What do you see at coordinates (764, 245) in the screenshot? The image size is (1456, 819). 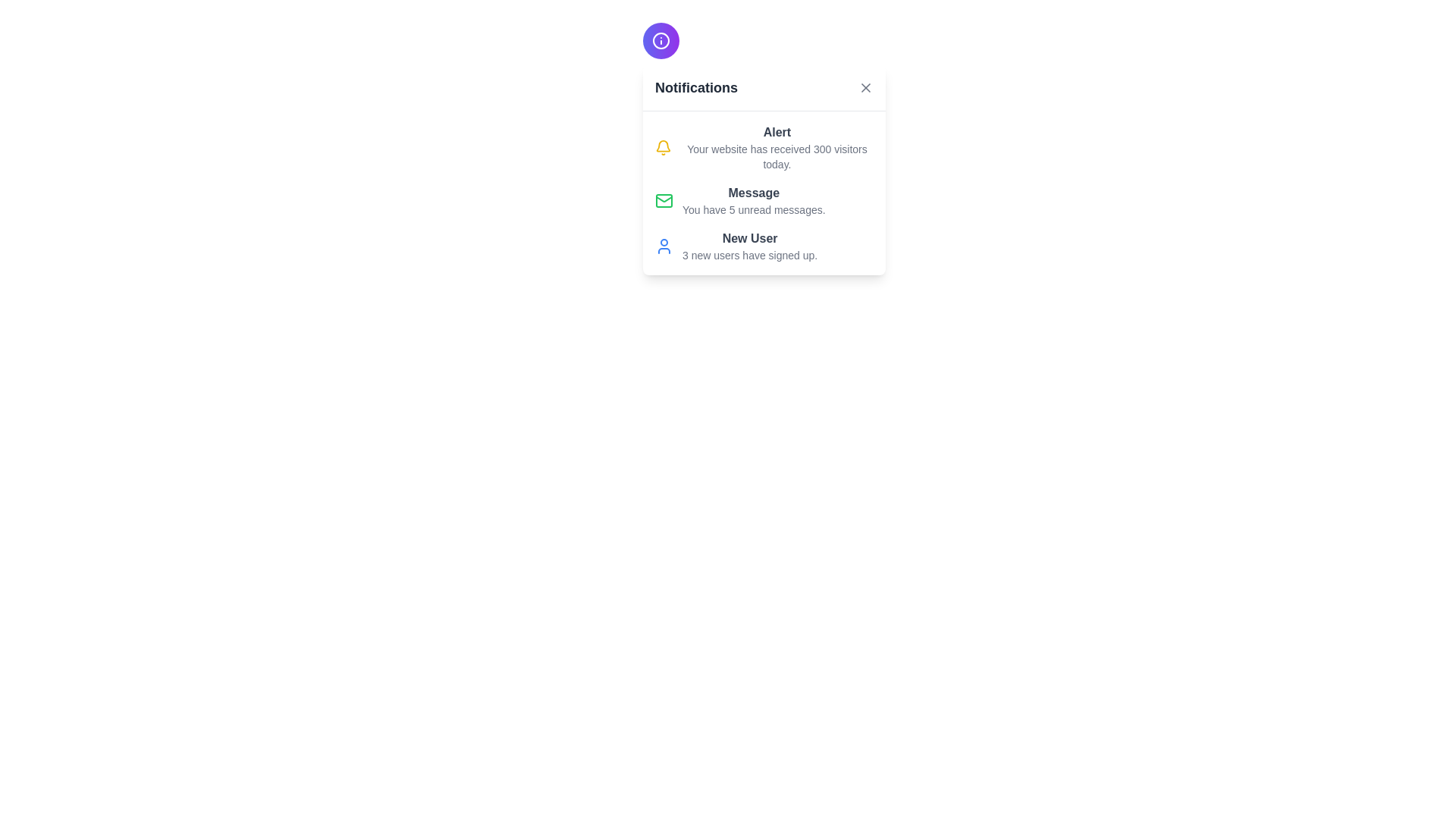 I see `the user icon next to the 'New User' informational list item in the notification stack` at bounding box center [764, 245].